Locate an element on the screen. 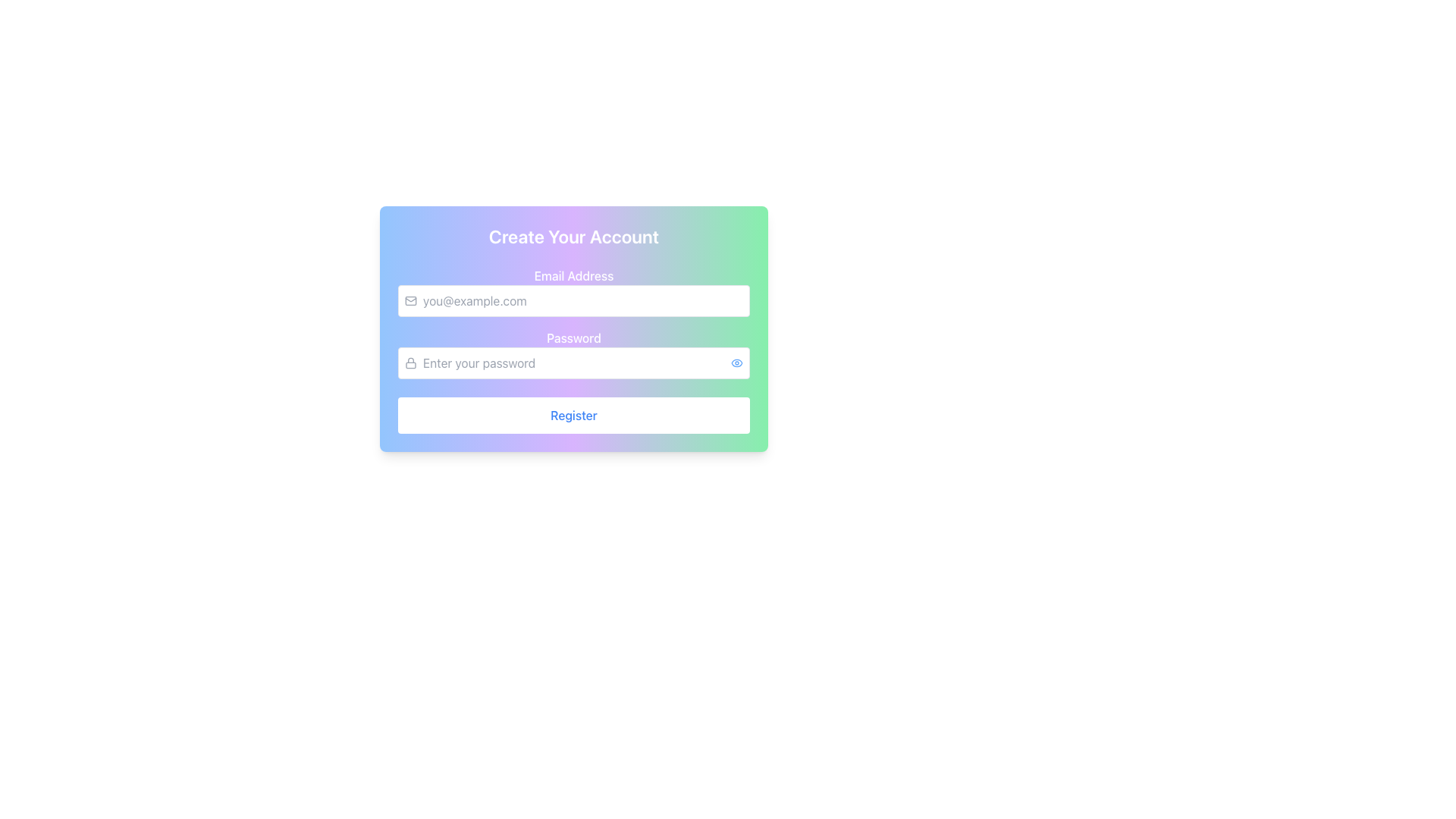 The width and height of the screenshot is (1456, 819). the lock icon located to the left of the password input field is located at coordinates (411, 362).